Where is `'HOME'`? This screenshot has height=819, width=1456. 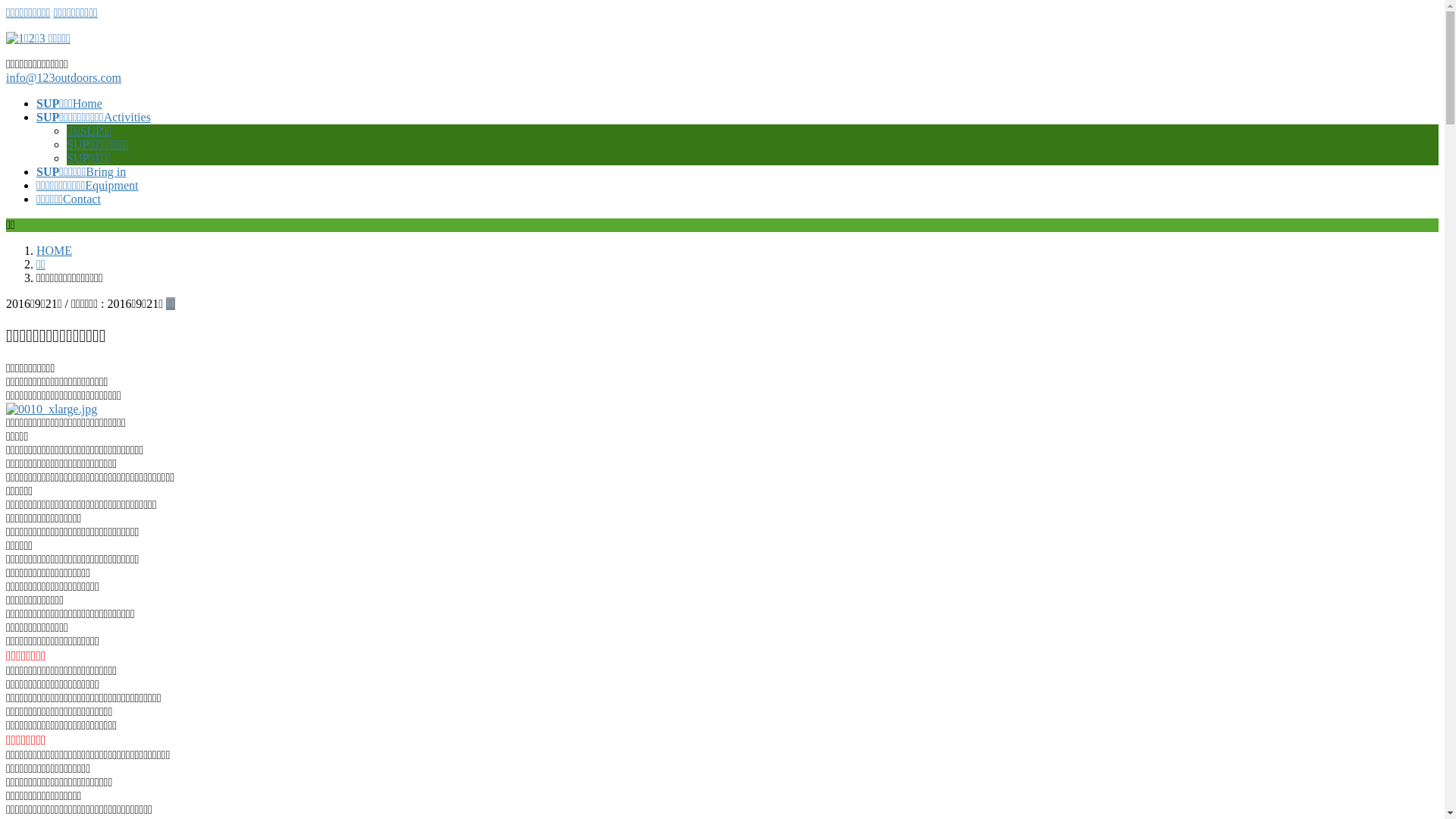 'HOME' is located at coordinates (54, 249).